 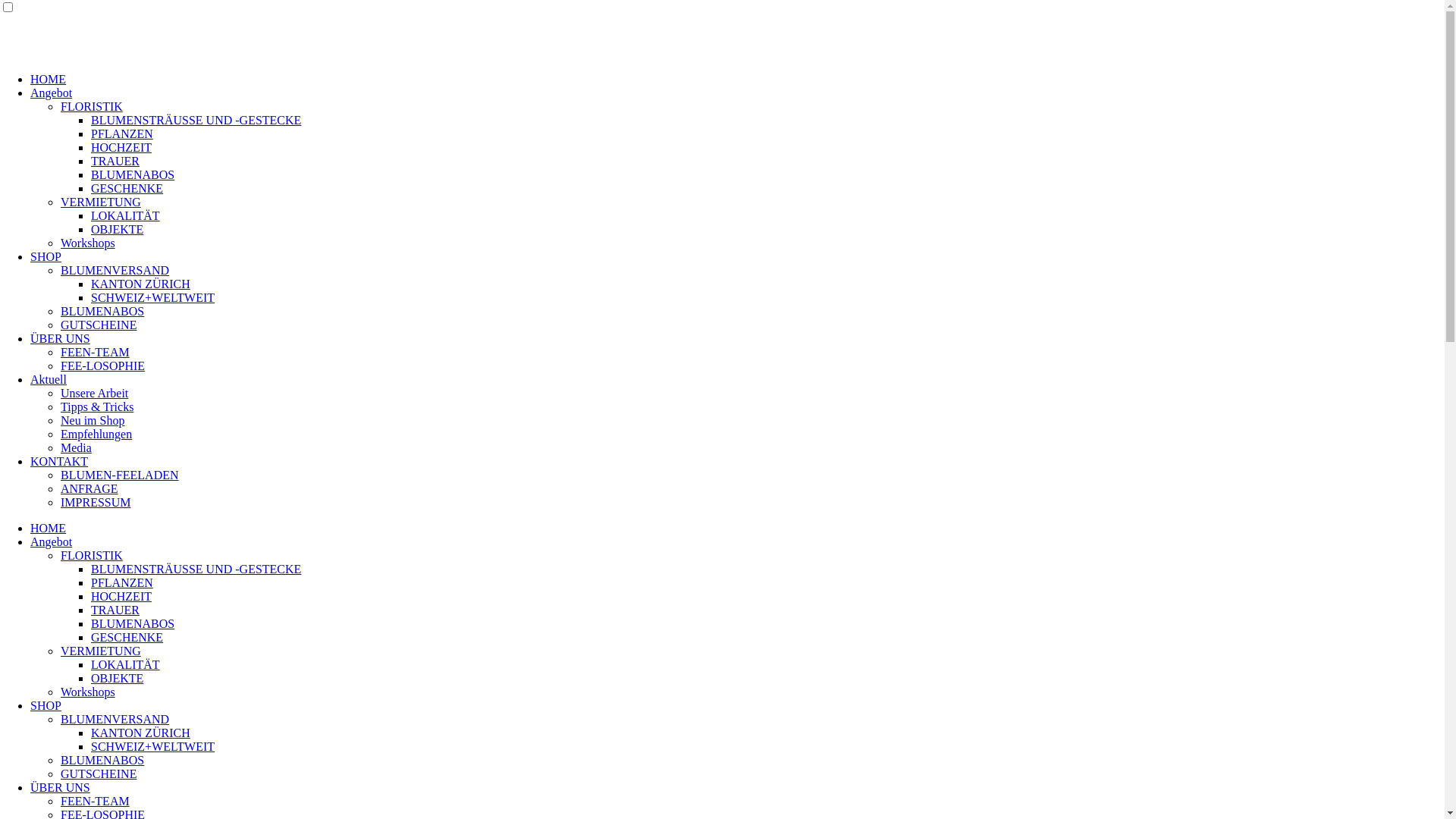 I want to click on 'FLORISTIK', so click(x=90, y=555).